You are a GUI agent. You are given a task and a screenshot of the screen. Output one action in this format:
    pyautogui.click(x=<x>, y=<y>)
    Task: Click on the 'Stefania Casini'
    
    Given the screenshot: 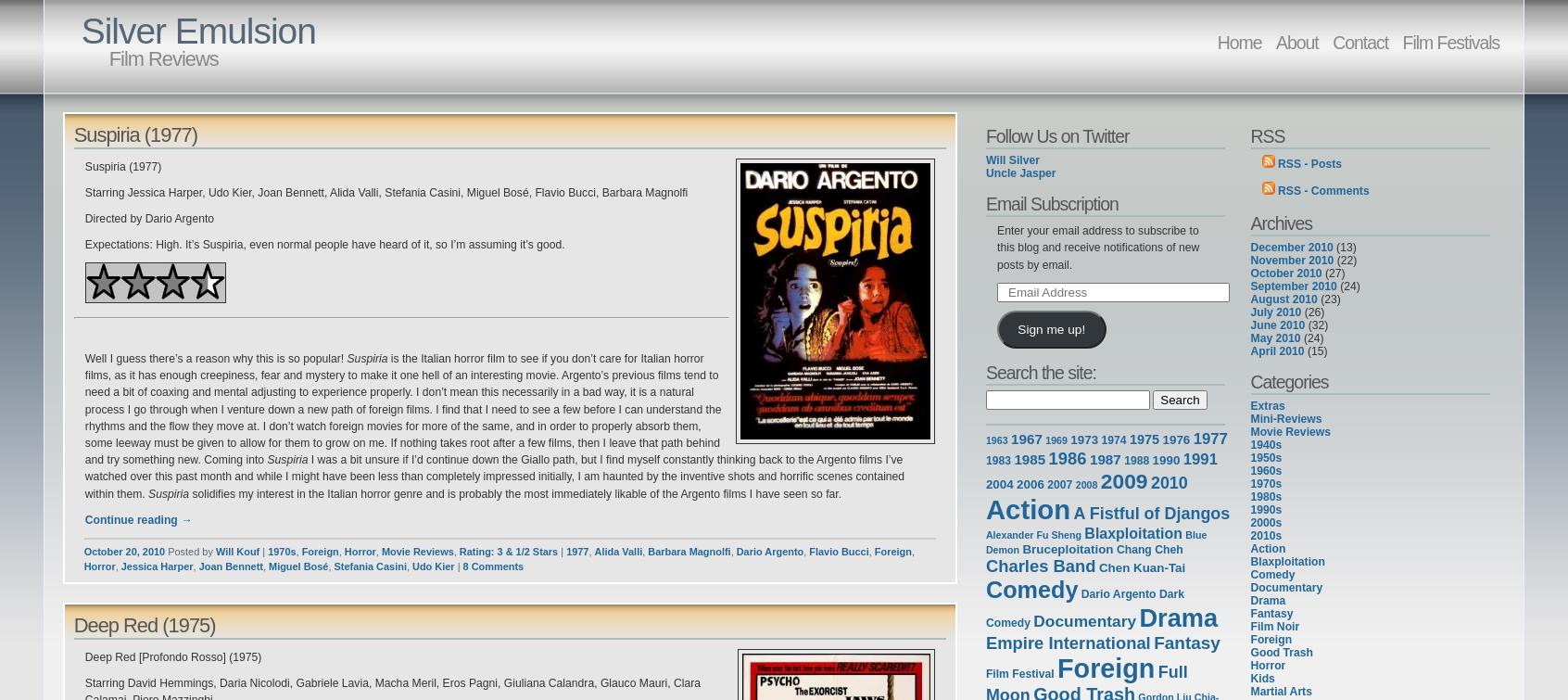 What is the action you would take?
    pyautogui.click(x=369, y=564)
    